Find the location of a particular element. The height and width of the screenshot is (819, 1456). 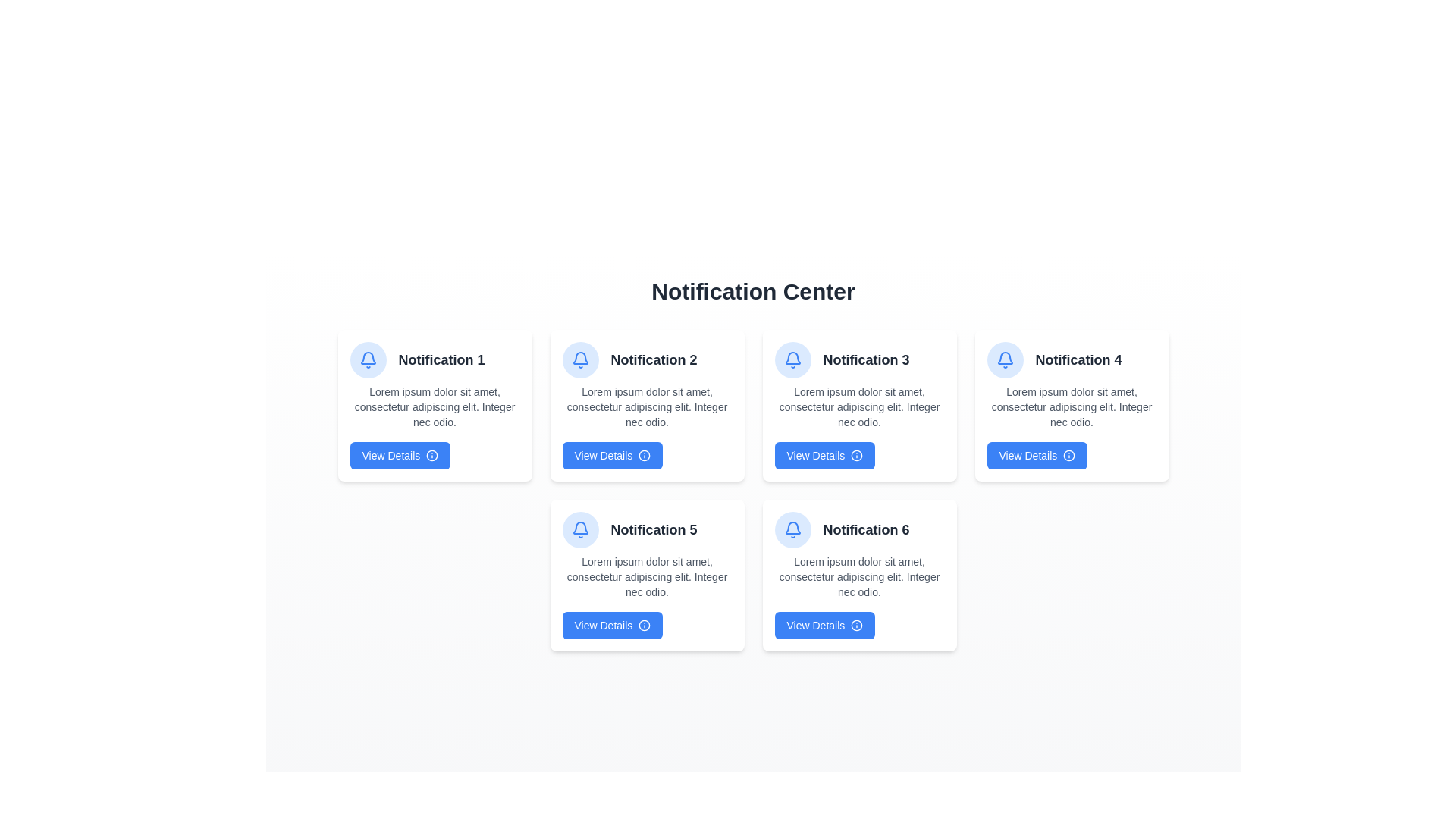

the bell icon located at the top of the 'Notification 1' card, which visually represents notifications or alerts is located at coordinates (1005, 358).